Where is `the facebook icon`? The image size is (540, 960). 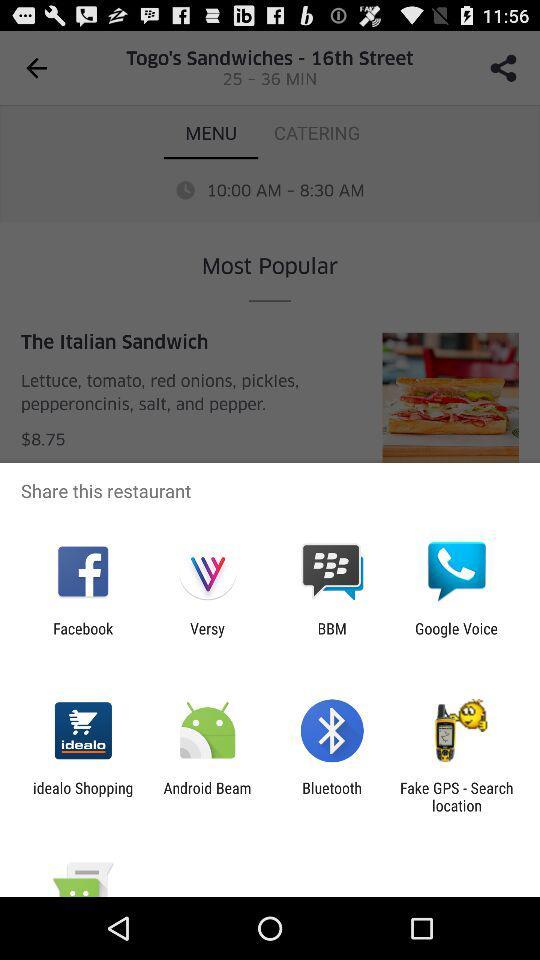 the facebook icon is located at coordinates (82, 636).